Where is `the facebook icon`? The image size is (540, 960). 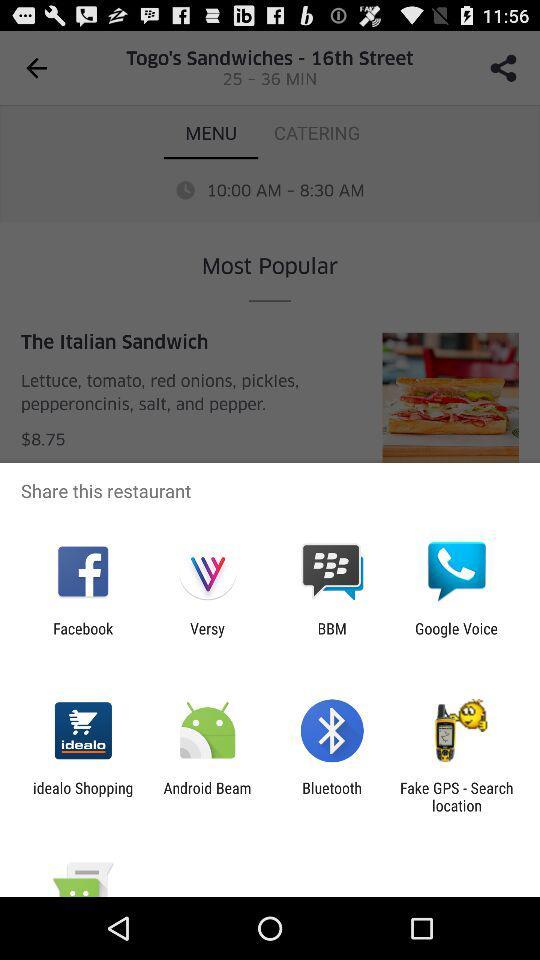 the facebook icon is located at coordinates (82, 636).